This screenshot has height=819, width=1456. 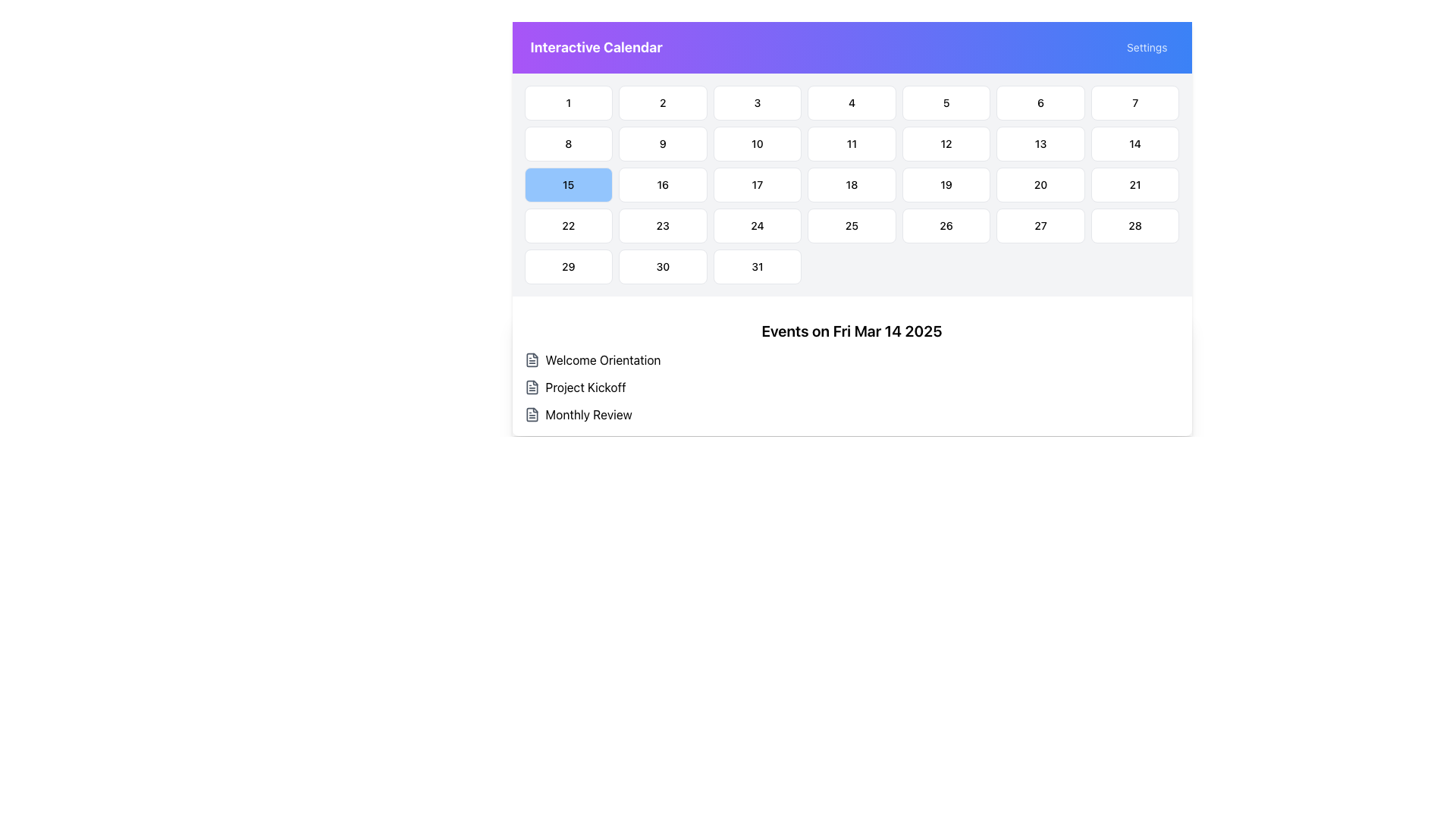 What do you see at coordinates (757, 143) in the screenshot?
I see `the text label displaying the number '10' located in the second row and third column of the calendar grid under the 'Interactive Calendar' heading` at bounding box center [757, 143].